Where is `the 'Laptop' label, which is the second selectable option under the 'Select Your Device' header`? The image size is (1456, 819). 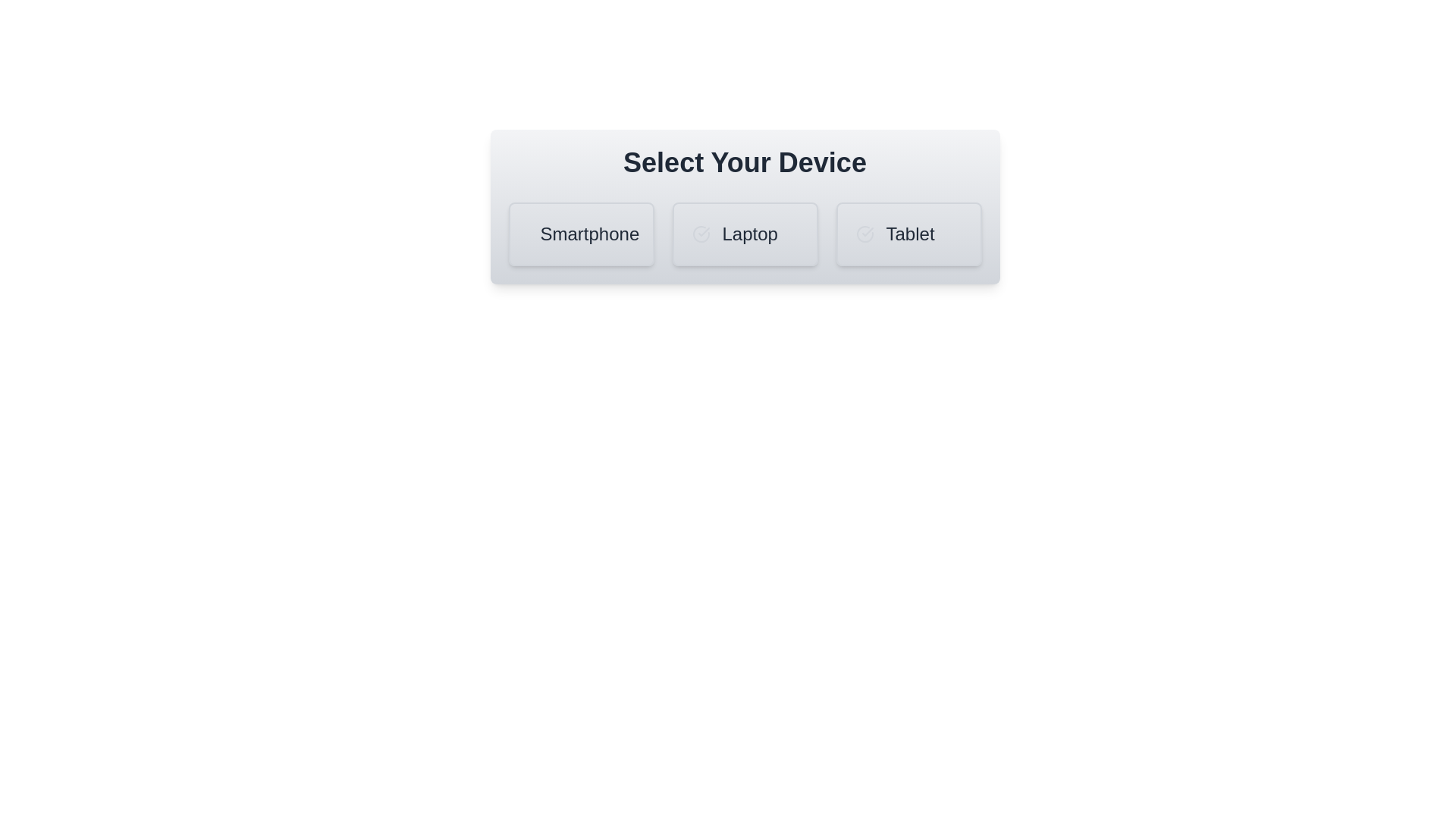 the 'Laptop' label, which is the second selectable option under the 'Select Your Device' header is located at coordinates (750, 234).